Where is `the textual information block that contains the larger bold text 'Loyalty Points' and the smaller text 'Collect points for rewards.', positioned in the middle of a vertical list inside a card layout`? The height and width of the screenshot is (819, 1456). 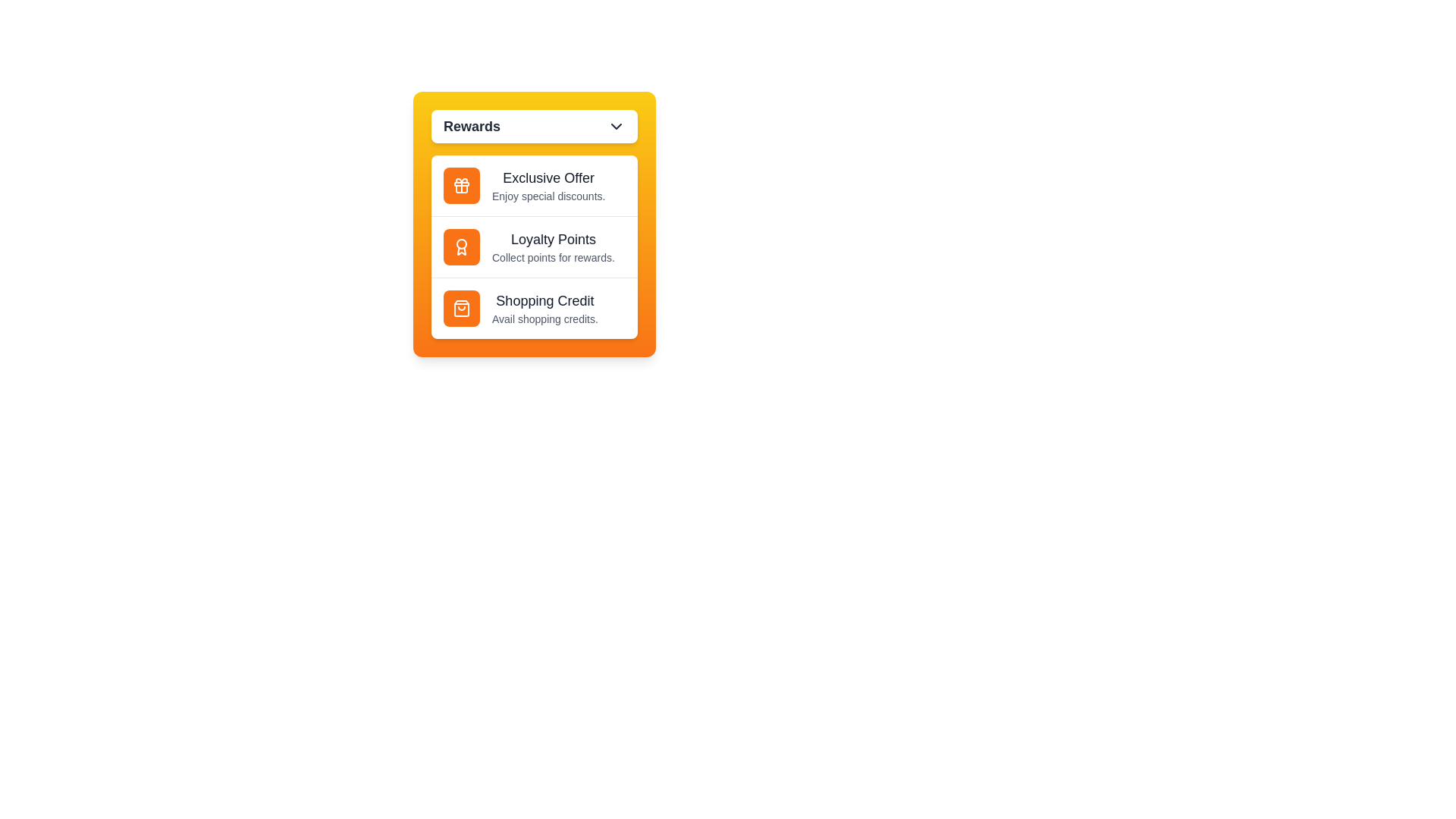
the textual information block that contains the larger bold text 'Loyalty Points' and the smaller text 'Collect points for rewards.', positioned in the middle of a vertical list inside a card layout is located at coordinates (552, 246).